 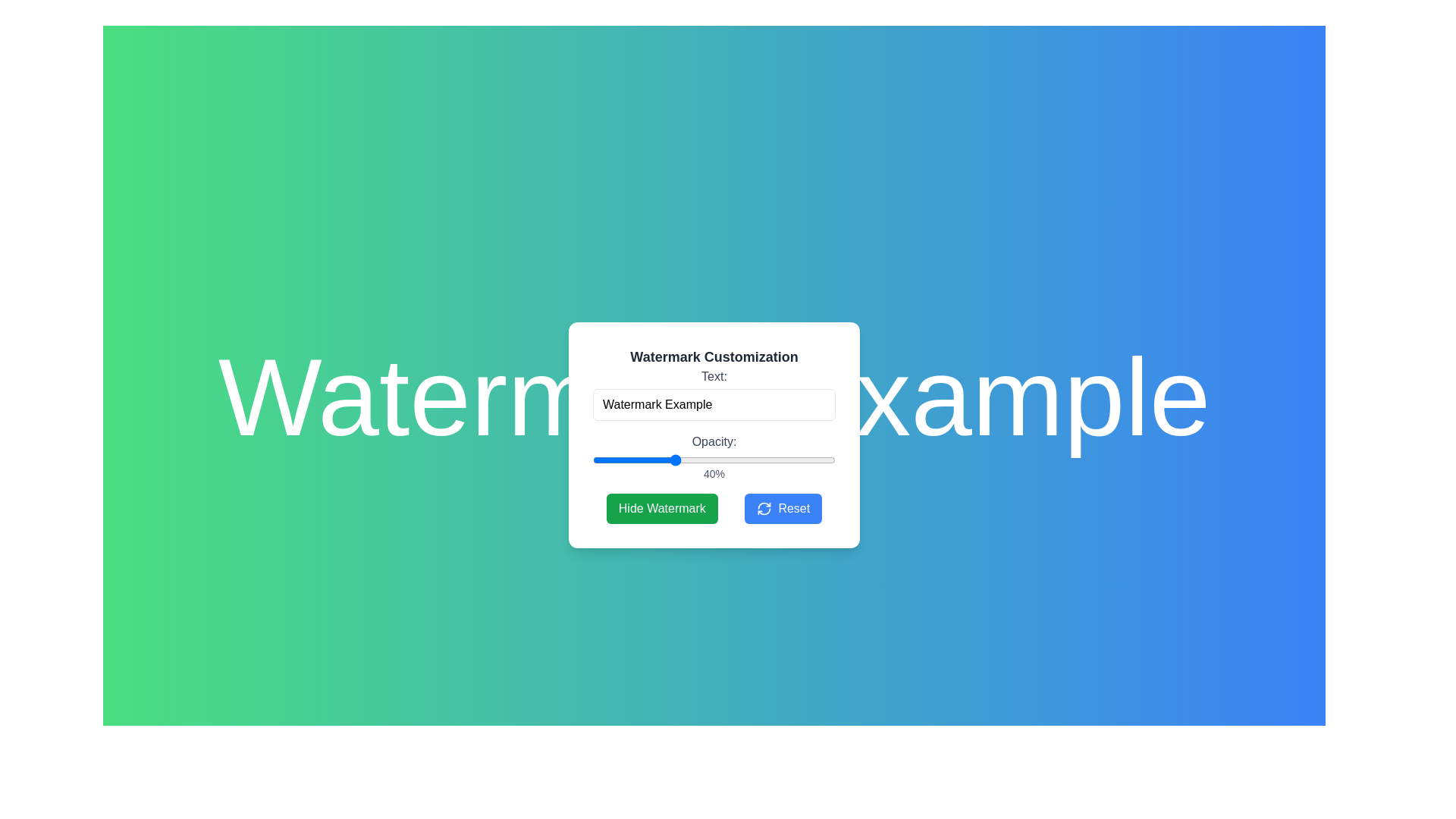 What do you see at coordinates (654, 459) in the screenshot?
I see `opacity` at bounding box center [654, 459].